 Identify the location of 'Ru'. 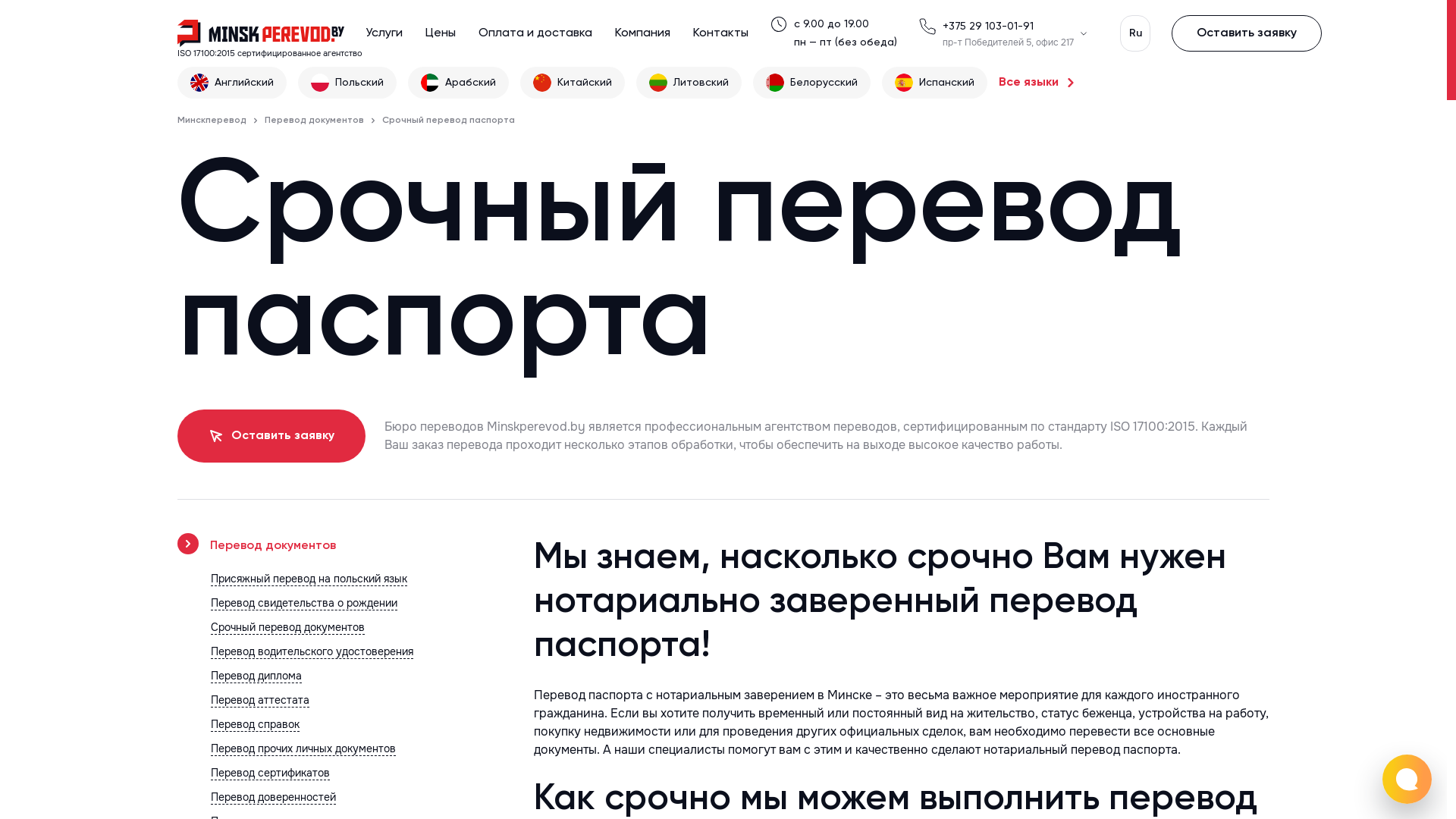
(1135, 33).